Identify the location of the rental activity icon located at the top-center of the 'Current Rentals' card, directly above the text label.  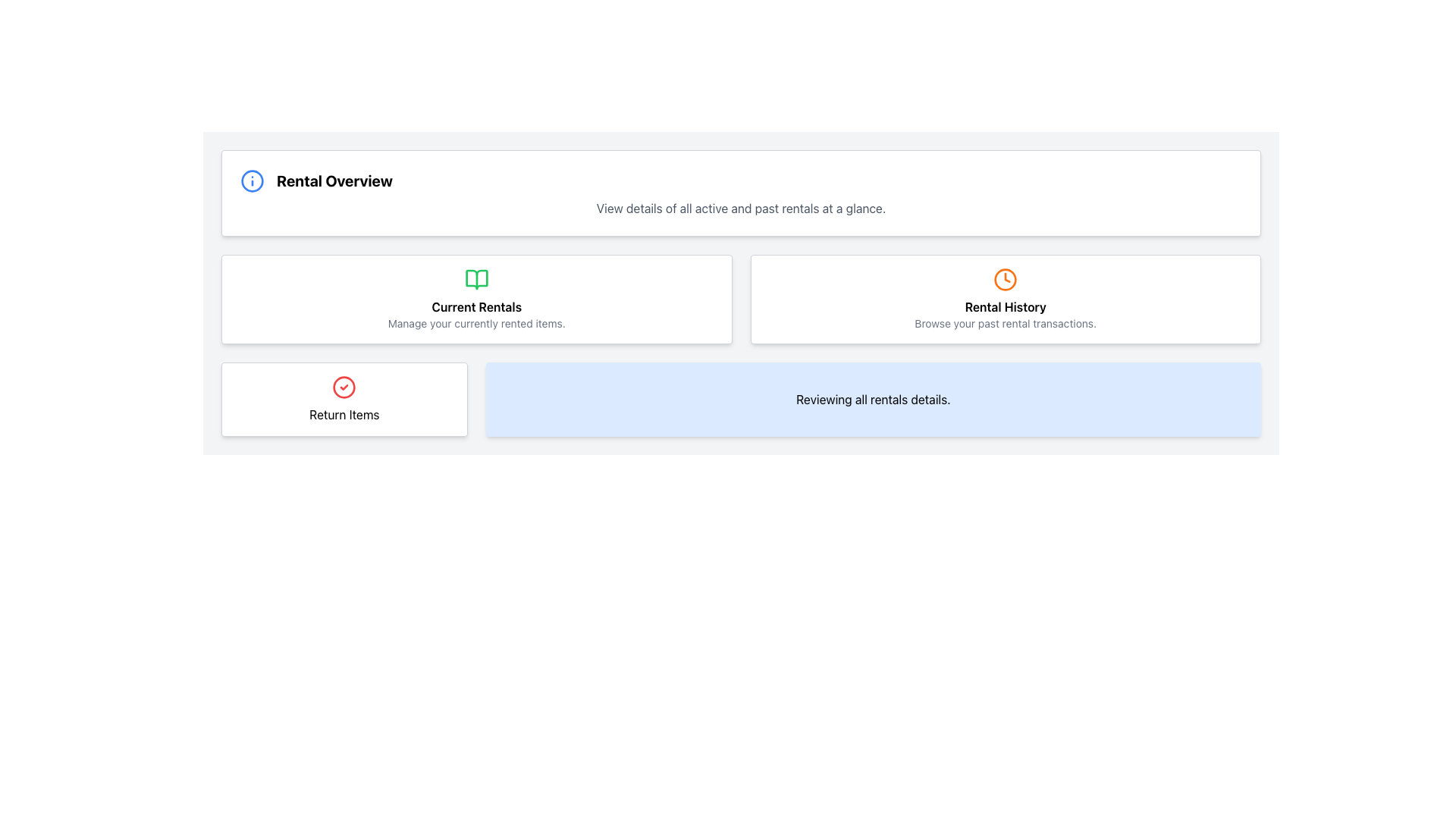
(475, 280).